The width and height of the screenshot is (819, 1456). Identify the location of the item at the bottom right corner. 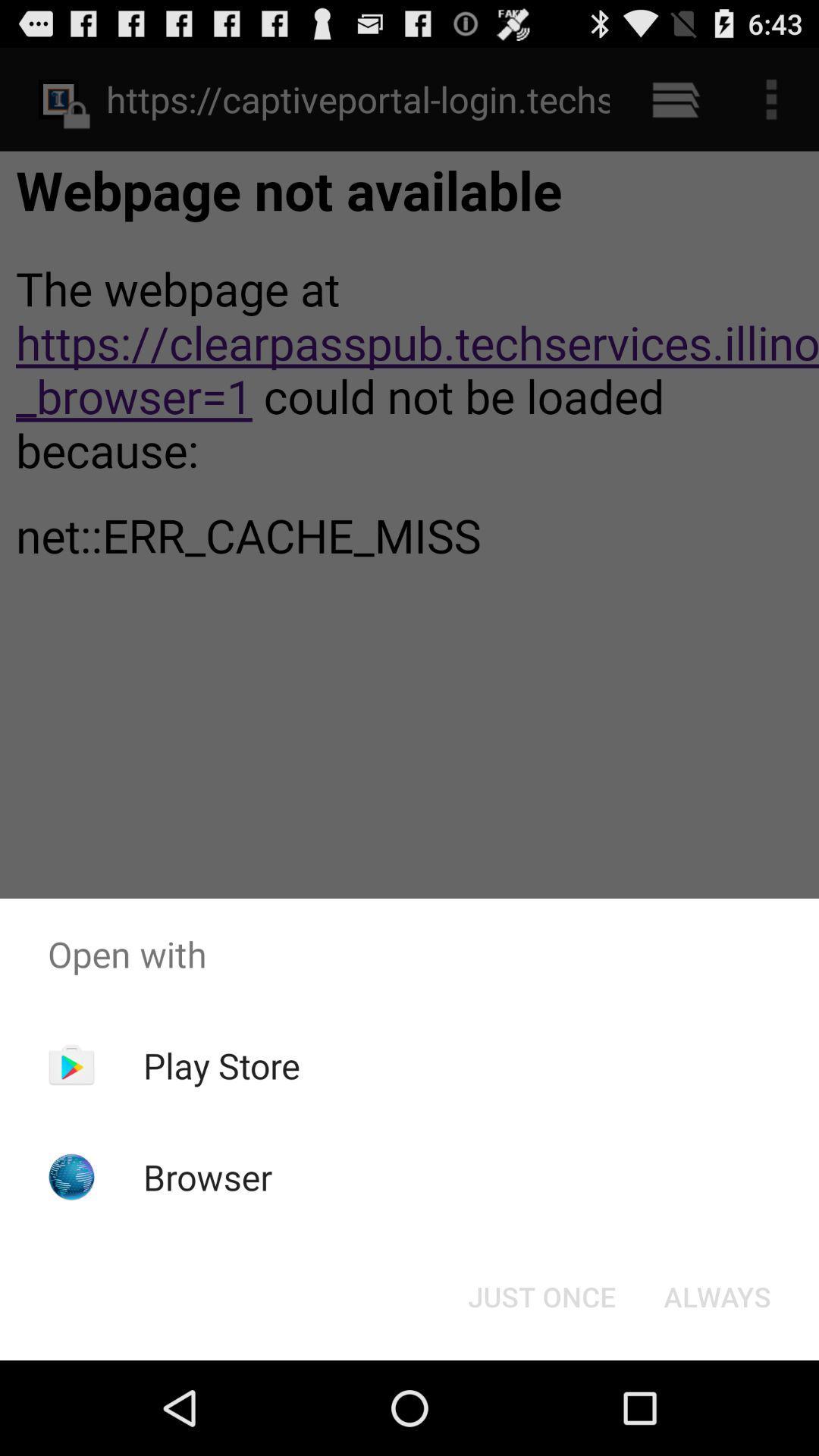
(717, 1295).